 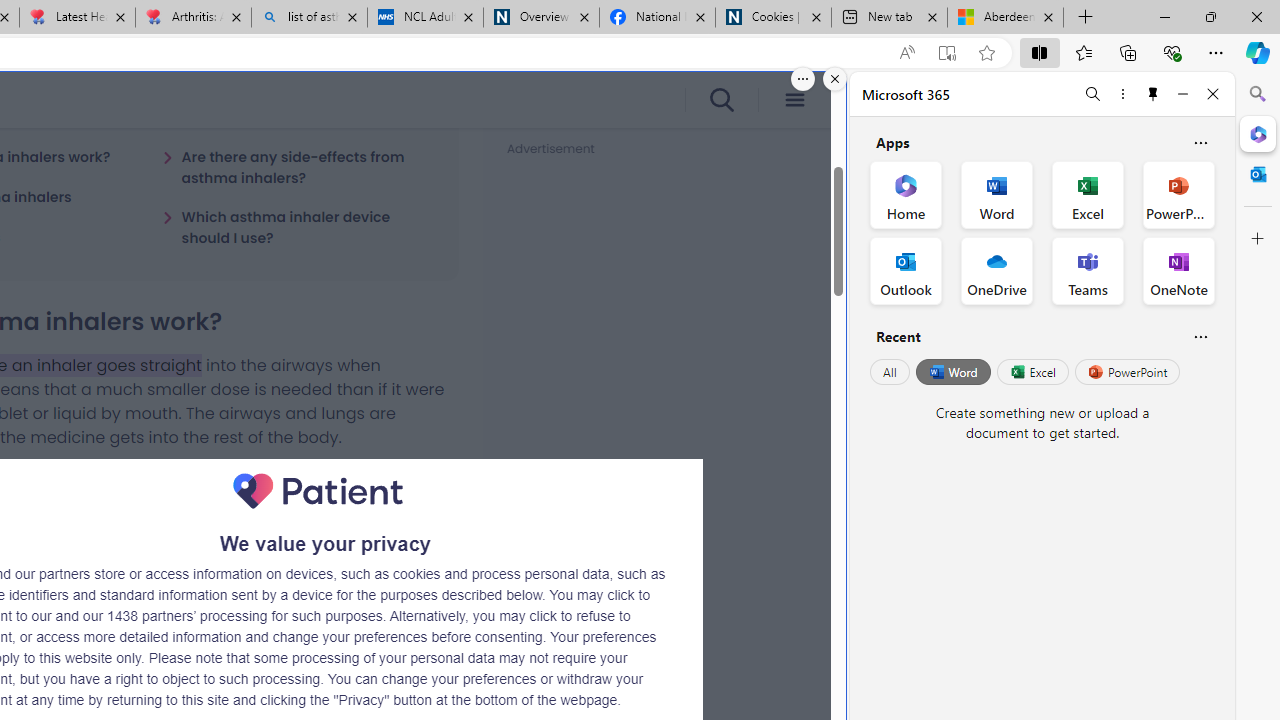 I want to click on 'Teams Office App', so click(x=1087, y=271).